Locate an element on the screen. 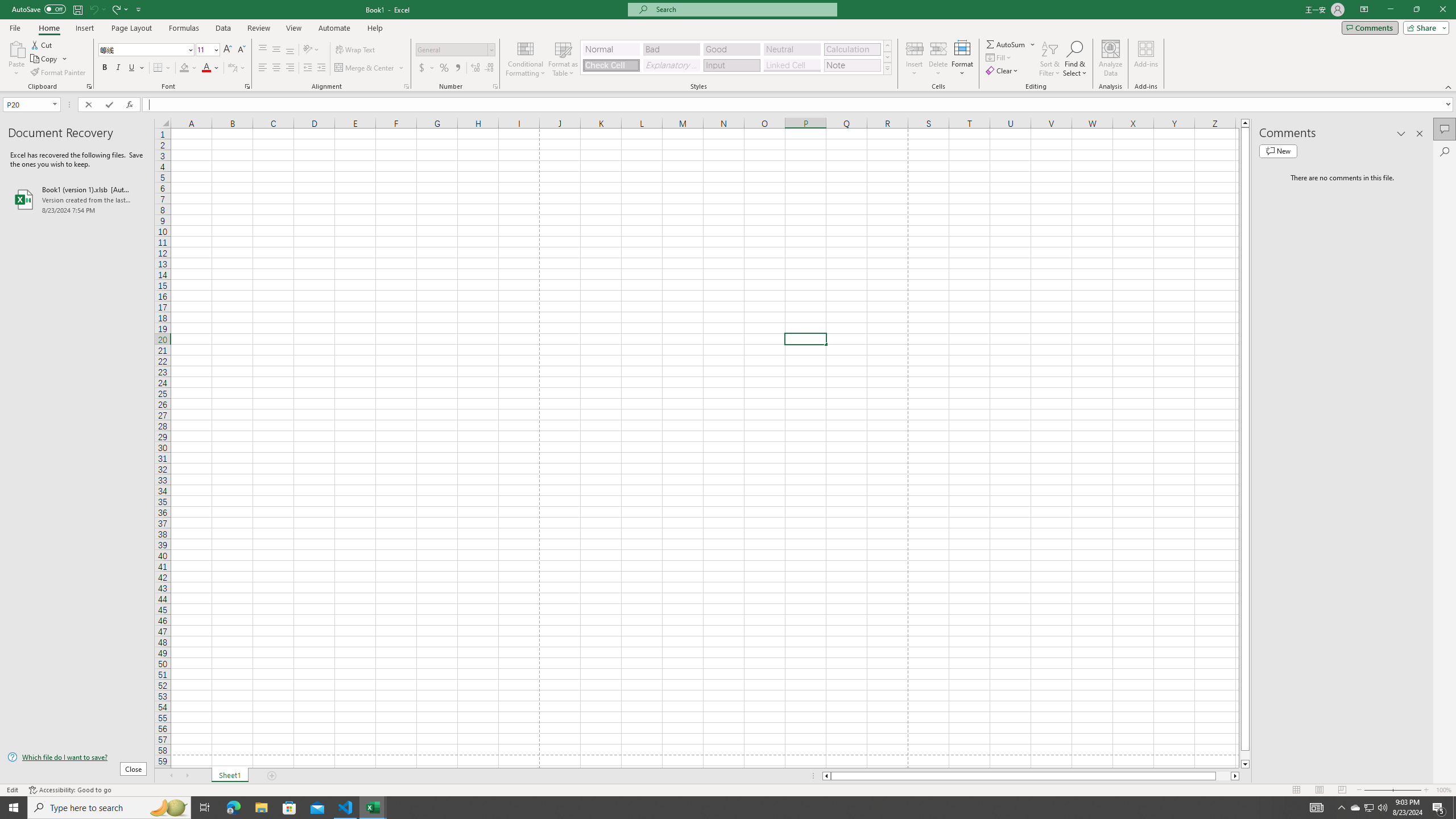 The image size is (1456, 819). 'Align Right' is located at coordinates (289, 67).